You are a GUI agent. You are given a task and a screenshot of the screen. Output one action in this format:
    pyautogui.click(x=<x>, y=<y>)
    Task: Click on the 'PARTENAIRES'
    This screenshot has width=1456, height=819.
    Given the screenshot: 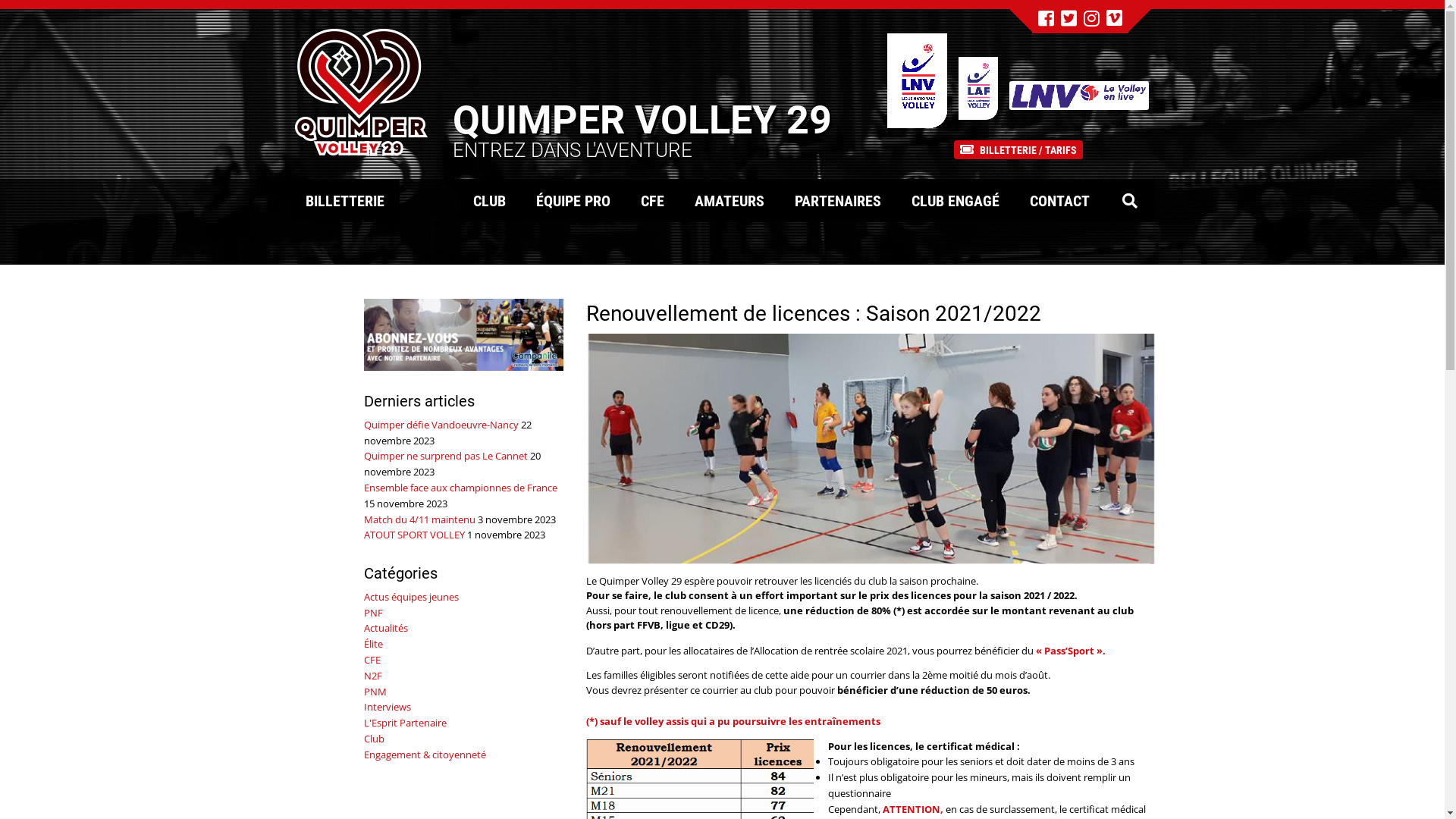 What is the action you would take?
    pyautogui.click(x=836, y=199)
    